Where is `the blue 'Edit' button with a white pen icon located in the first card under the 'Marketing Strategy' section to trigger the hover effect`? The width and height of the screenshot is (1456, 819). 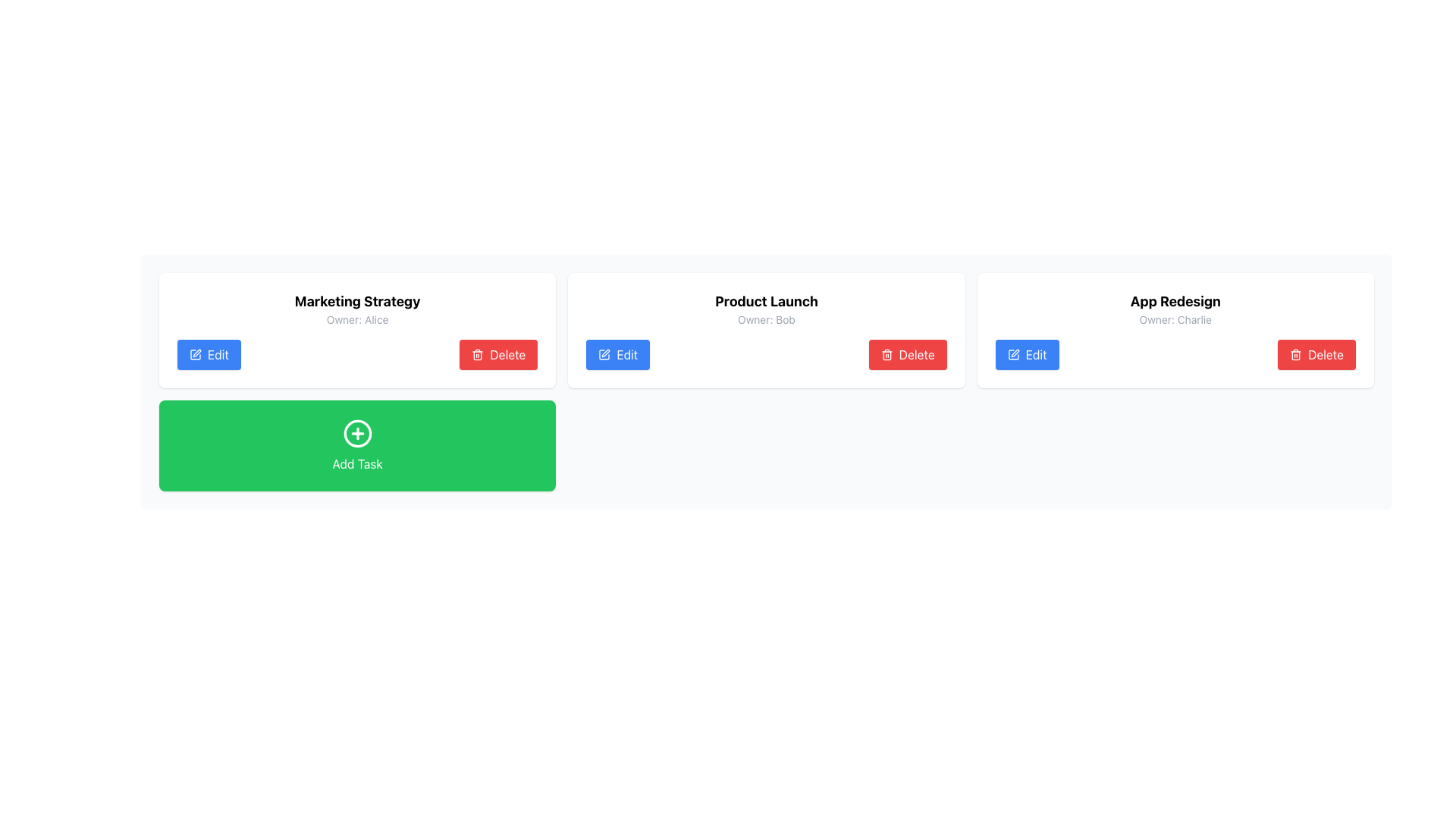
the blue 'Edit' button with a white pen icon located in the first card under the 'Marketing Strategy' section to trigger the hover effect is located at coordinates (208, 354).